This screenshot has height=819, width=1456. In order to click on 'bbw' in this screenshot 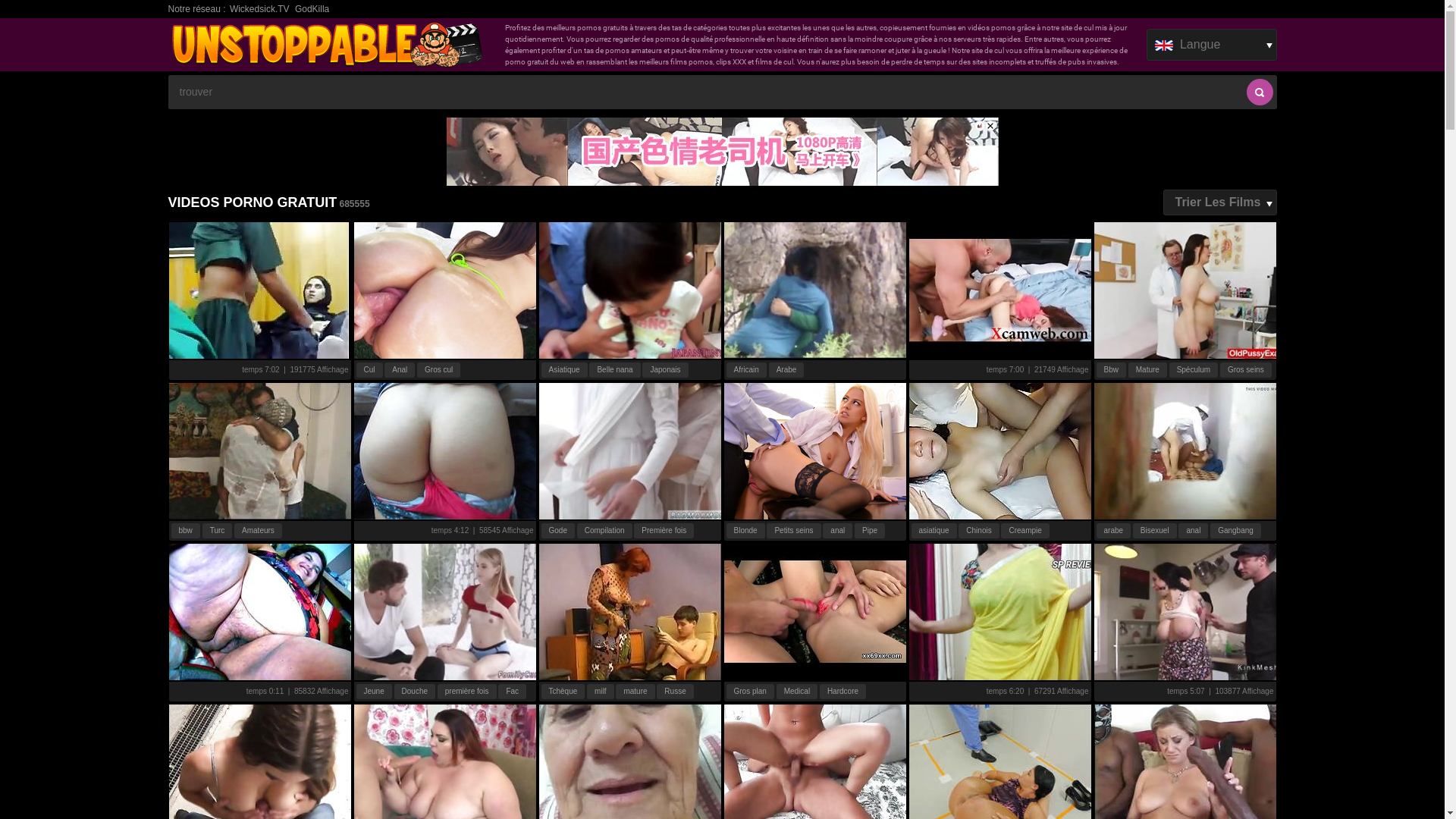, I will do `click(184, 529)`.